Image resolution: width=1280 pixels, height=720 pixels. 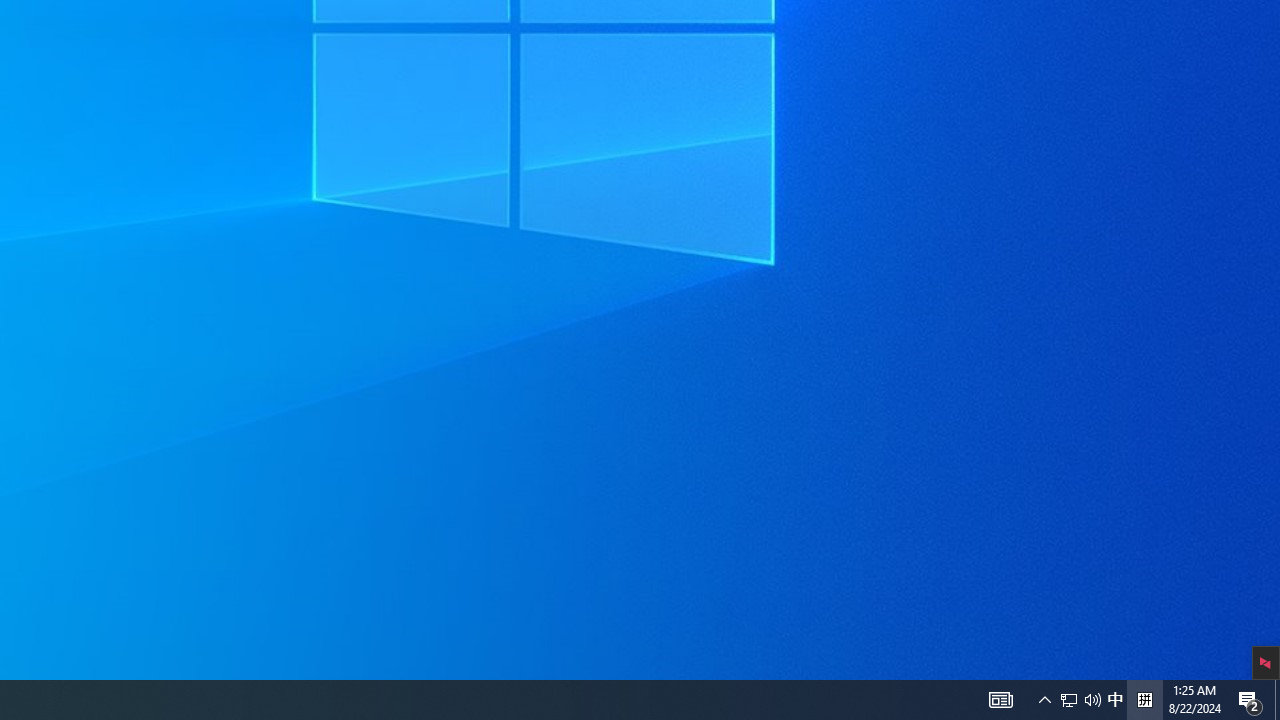 I want to click on 'Action Center, 2 new notifications', so click(x=1250, y=698).